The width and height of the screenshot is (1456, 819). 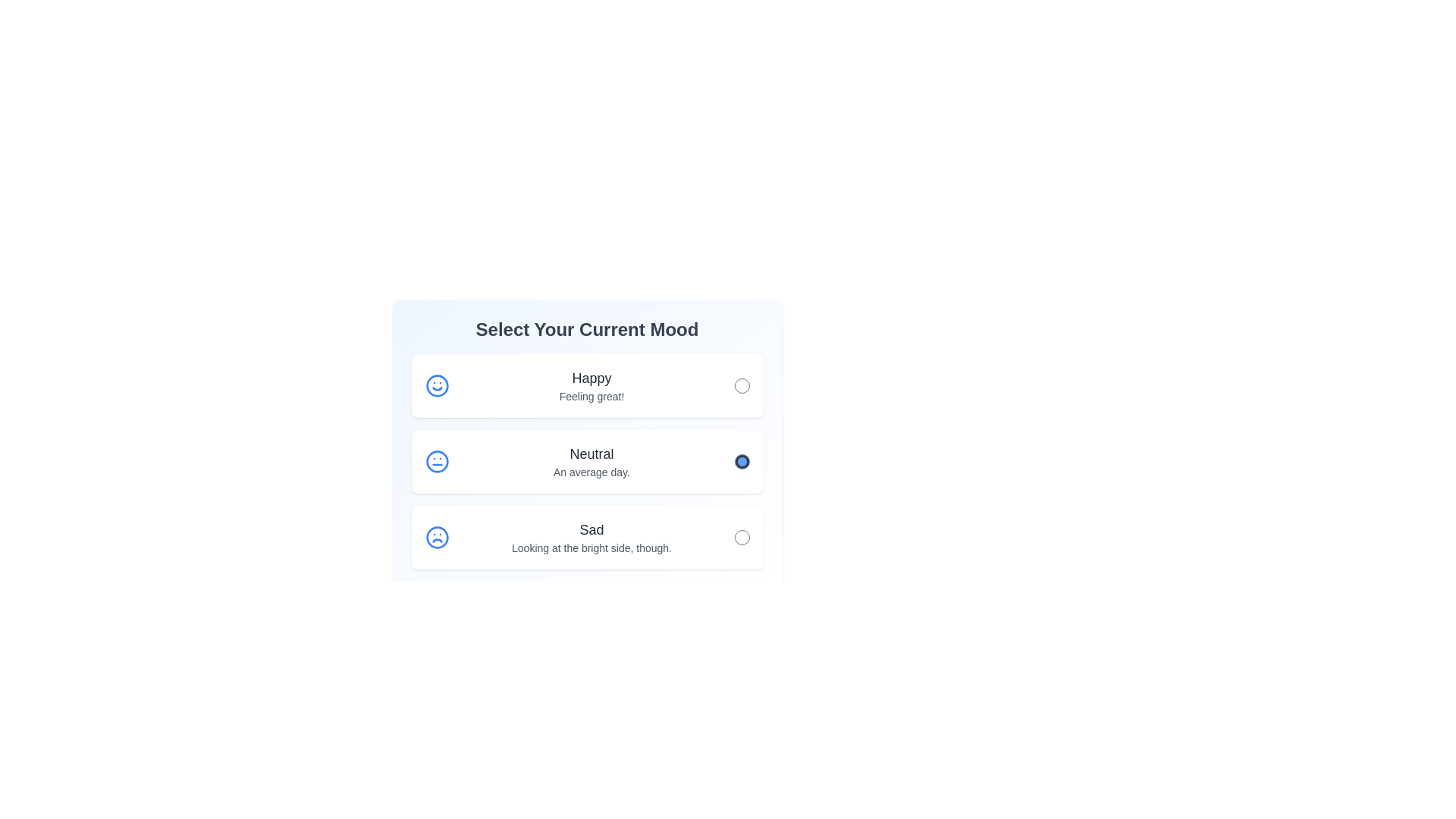 What do you see at coordinates (436, 461) in the screenshot?
I see `the circular element representing the 'Neutral' mood option in the second mood selection card` at bounding box center [436, 461].